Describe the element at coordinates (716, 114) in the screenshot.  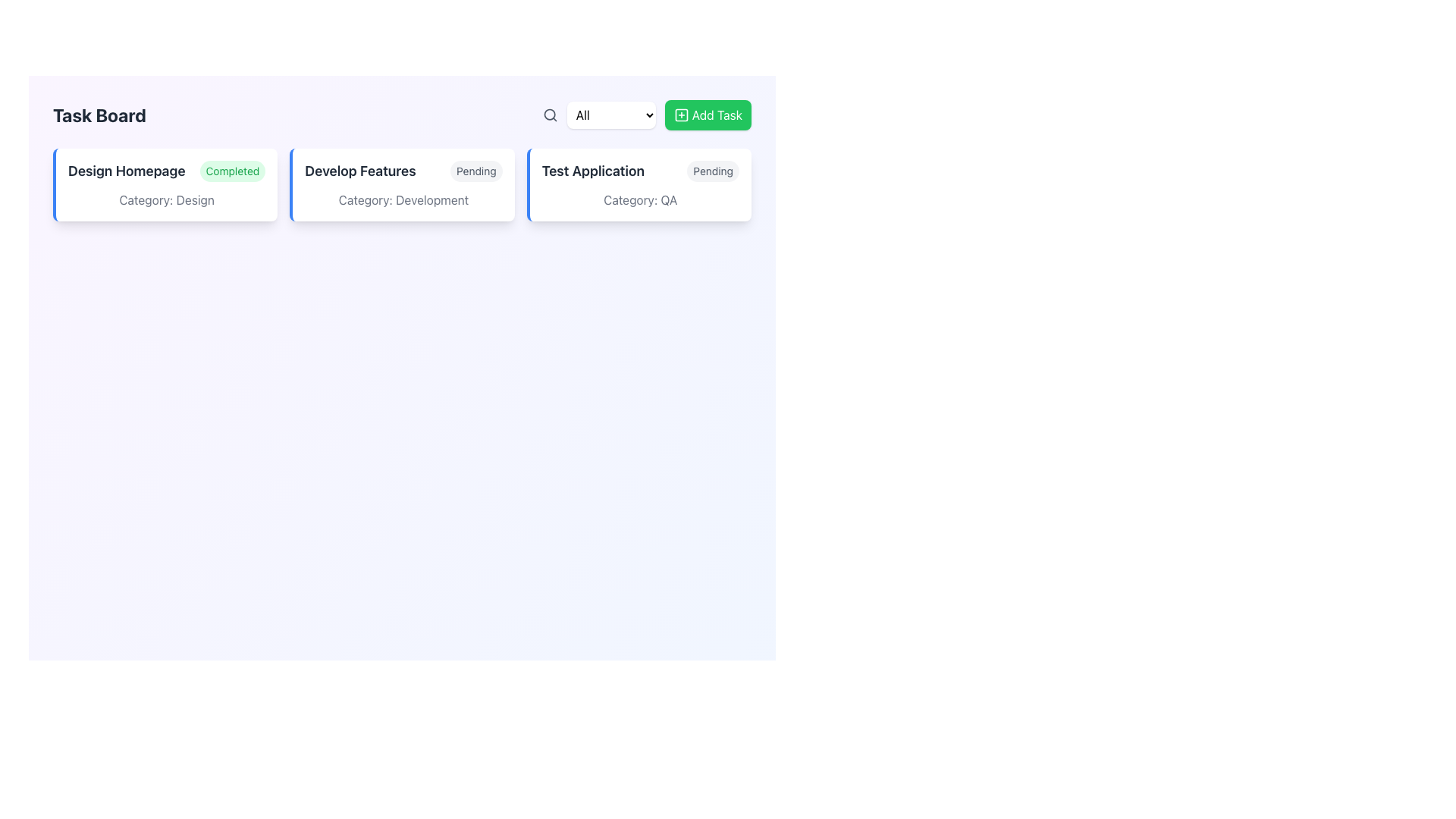
I see `the 'Add Task' text label, which is styled as part of a button with rounded corners and shadows, located in the top-right corner of the interface` at that location.